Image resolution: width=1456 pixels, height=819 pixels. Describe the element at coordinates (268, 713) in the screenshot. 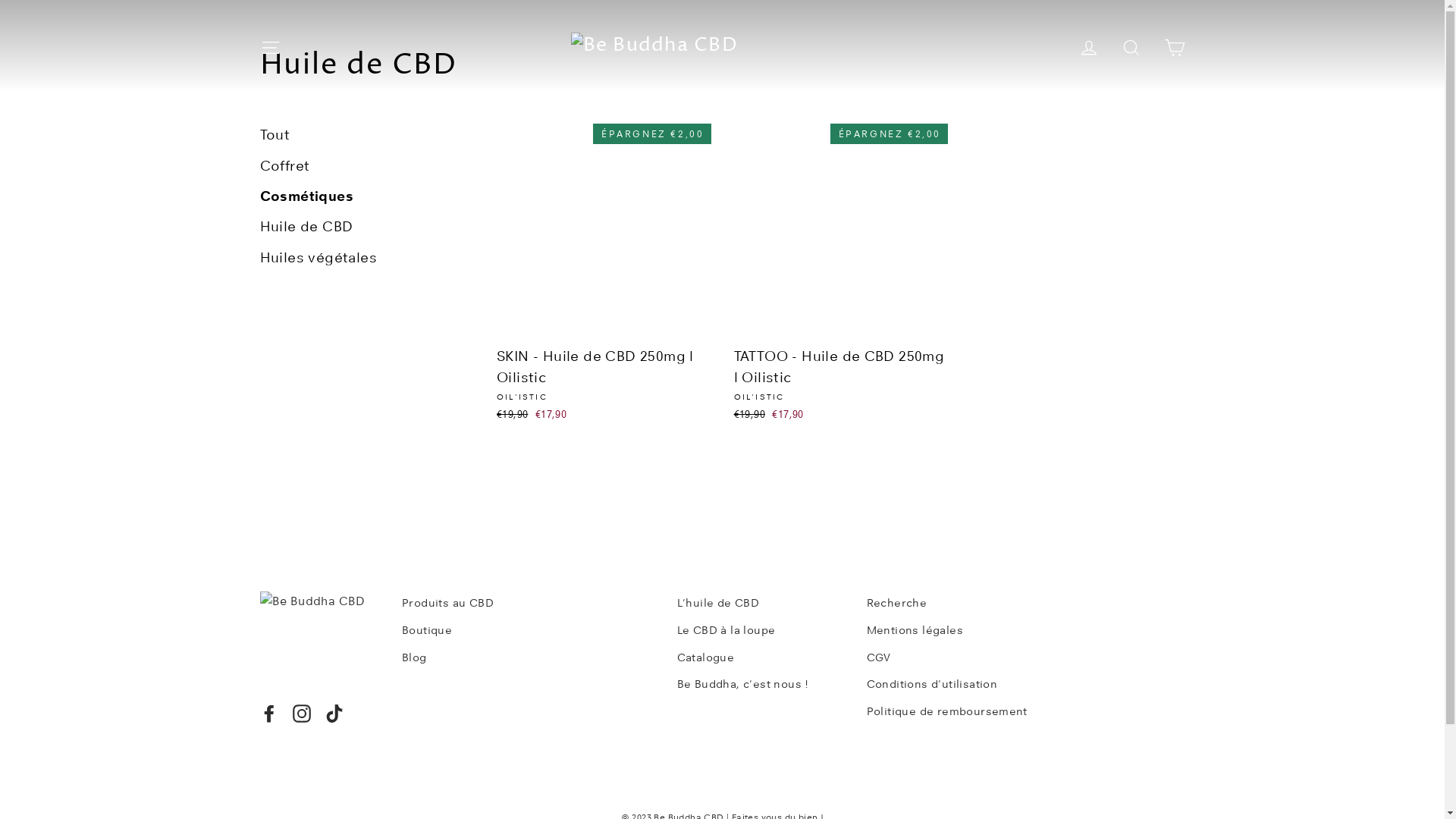

I see `'Facebook'` at that location.